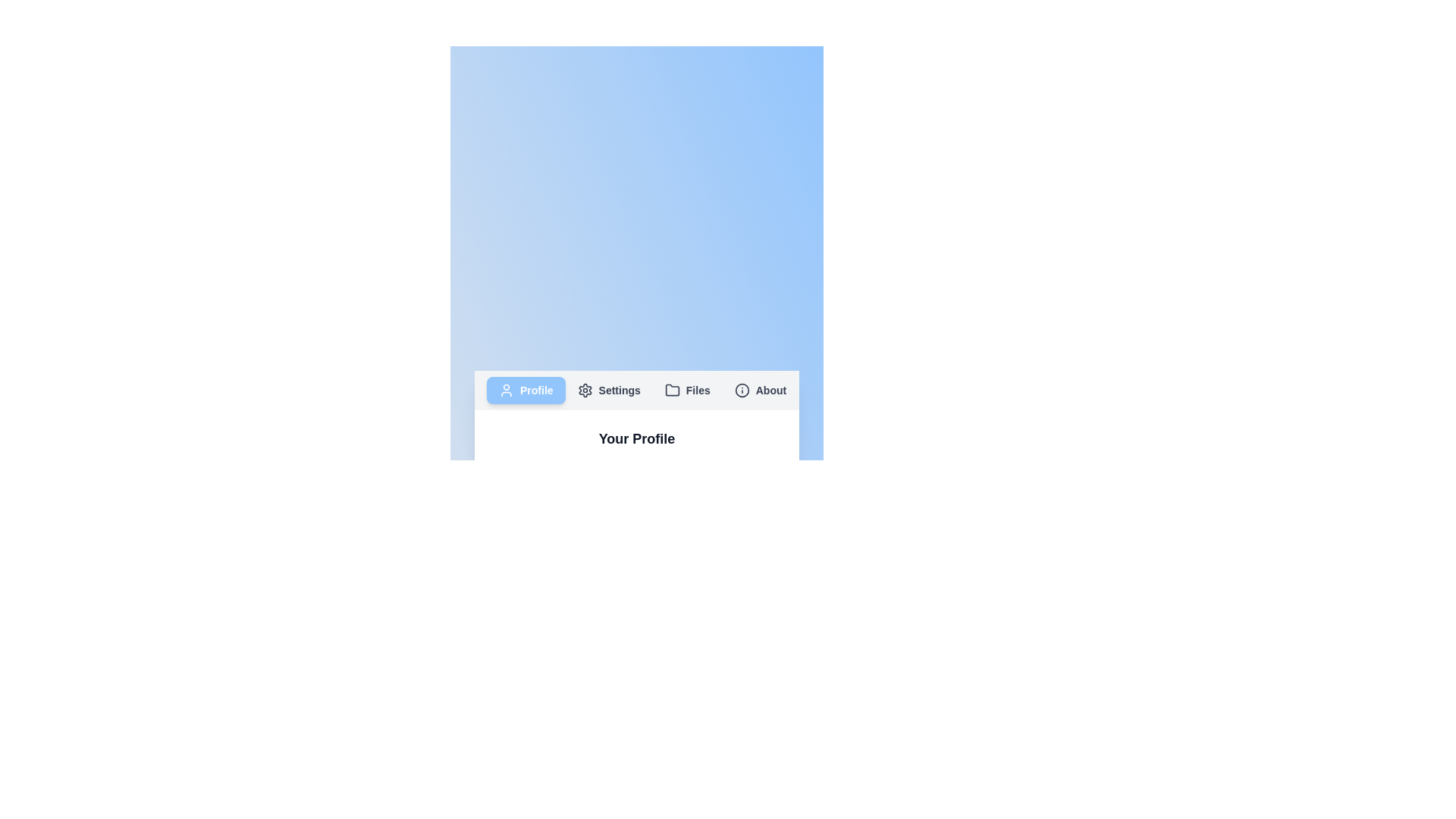 The image size is (1456, 819). I want to click on the folder icon in the top navigation bar, so click(671, 389).